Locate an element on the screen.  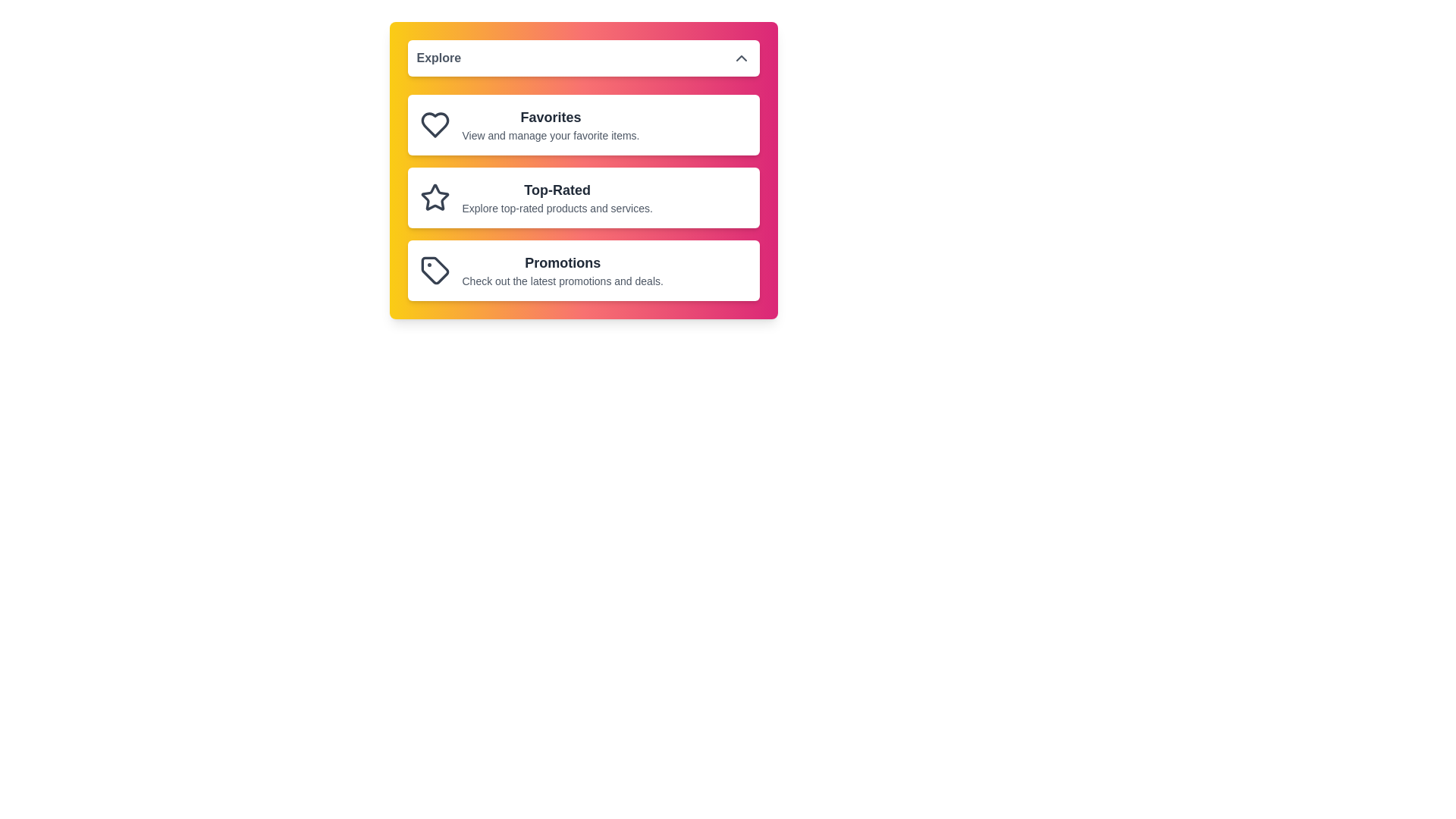
the menu item Favorites to observe its hover state is located at coordinates (582, 124).